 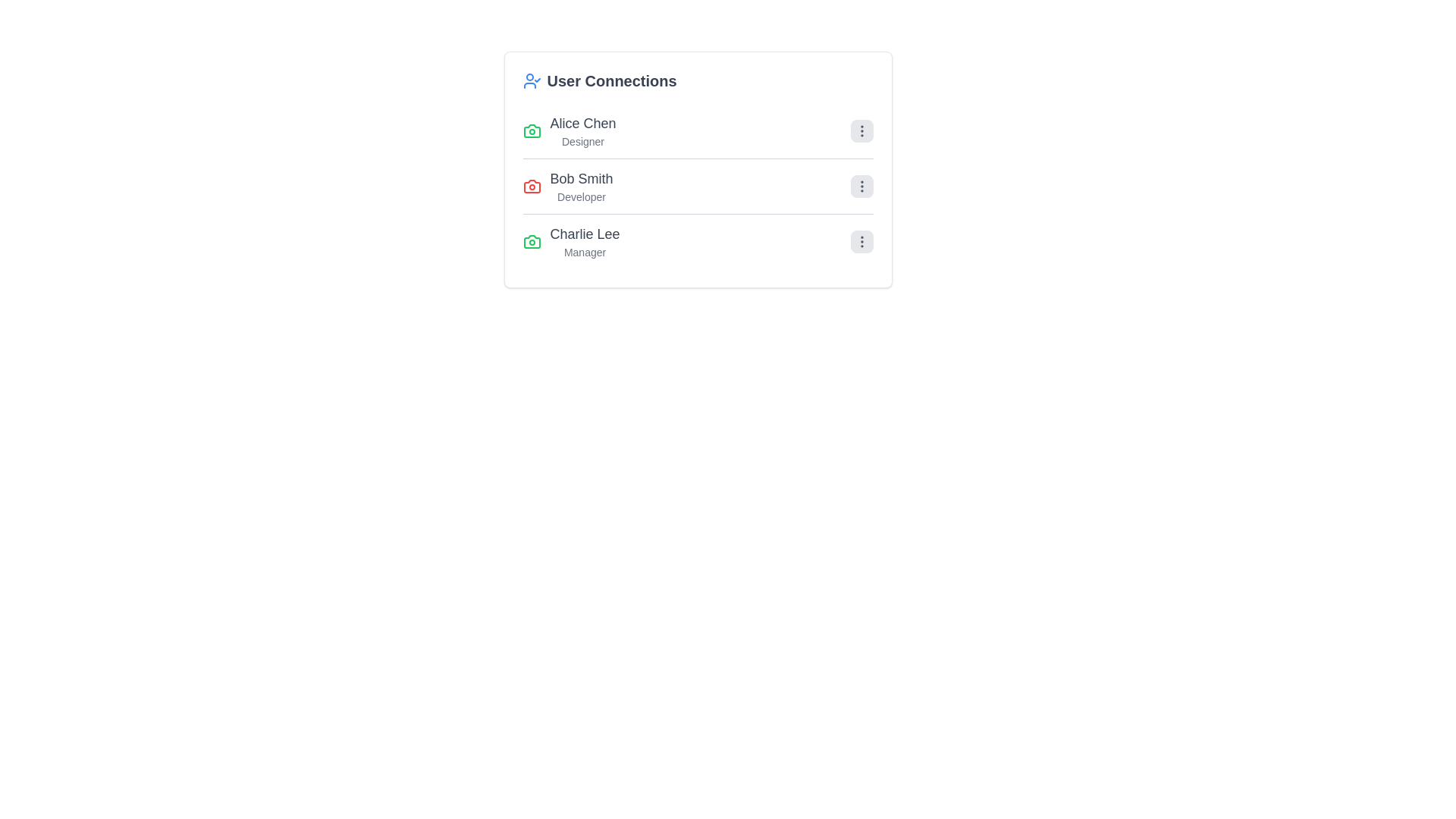 I want to click on the vertical ellipsis icon next to 'Alice Chen - Designer' in the 'User Connections' list, so click(x=861, y=130).